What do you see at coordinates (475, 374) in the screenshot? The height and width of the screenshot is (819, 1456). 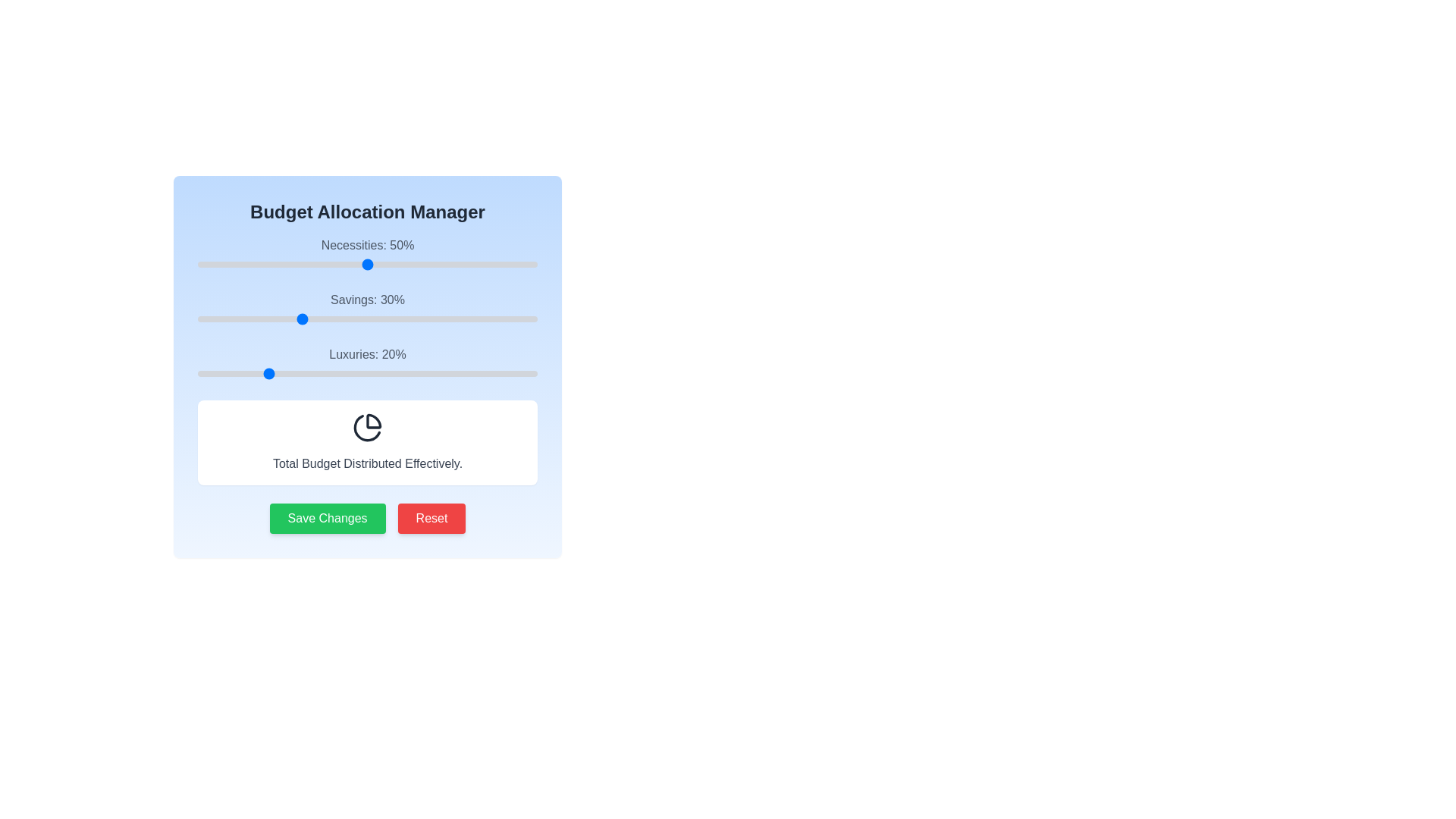 I see `the luxuries allocation` at bounding box center [475, 374].